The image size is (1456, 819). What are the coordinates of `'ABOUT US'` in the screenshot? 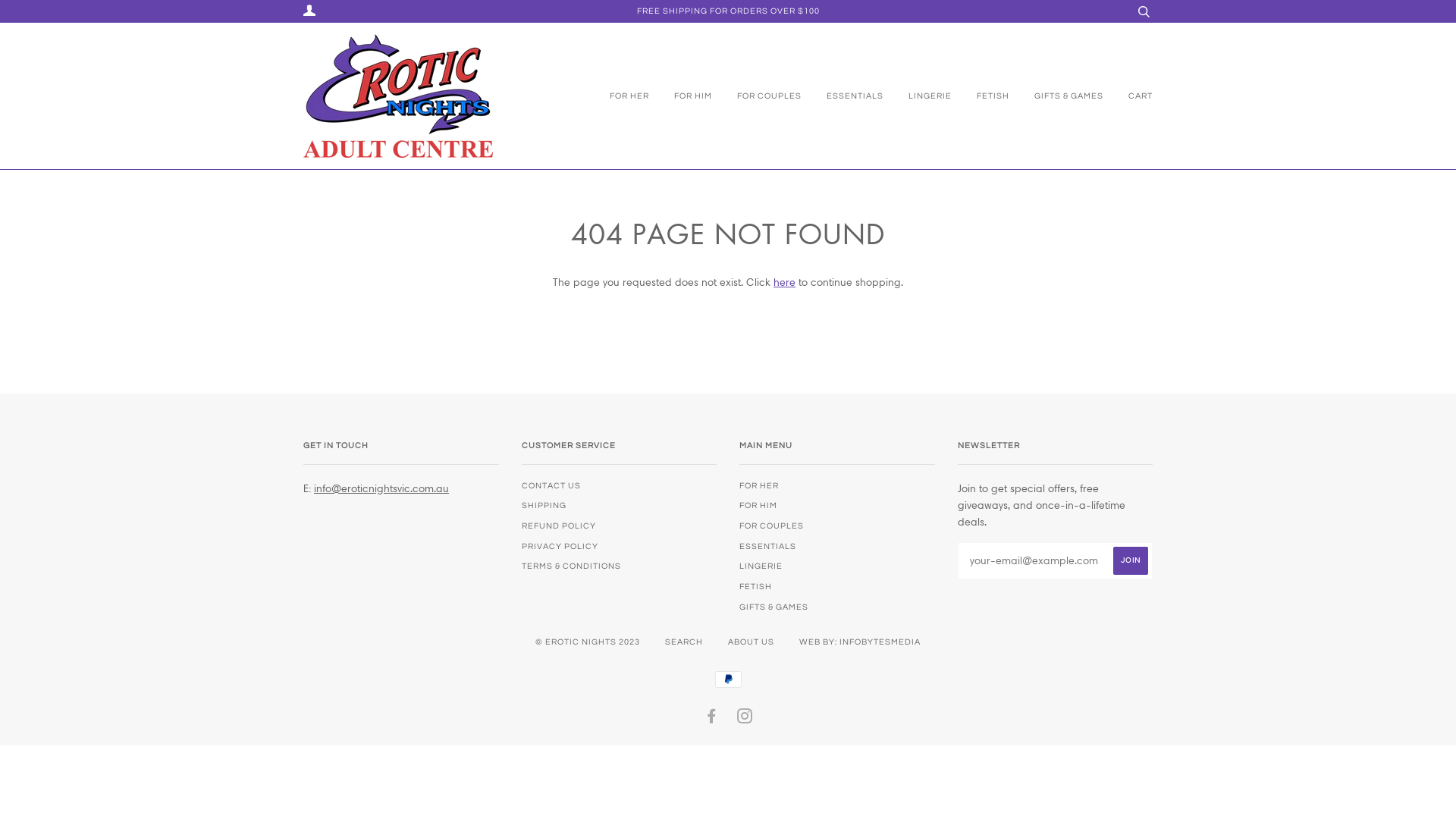 It's located at (751, 642).